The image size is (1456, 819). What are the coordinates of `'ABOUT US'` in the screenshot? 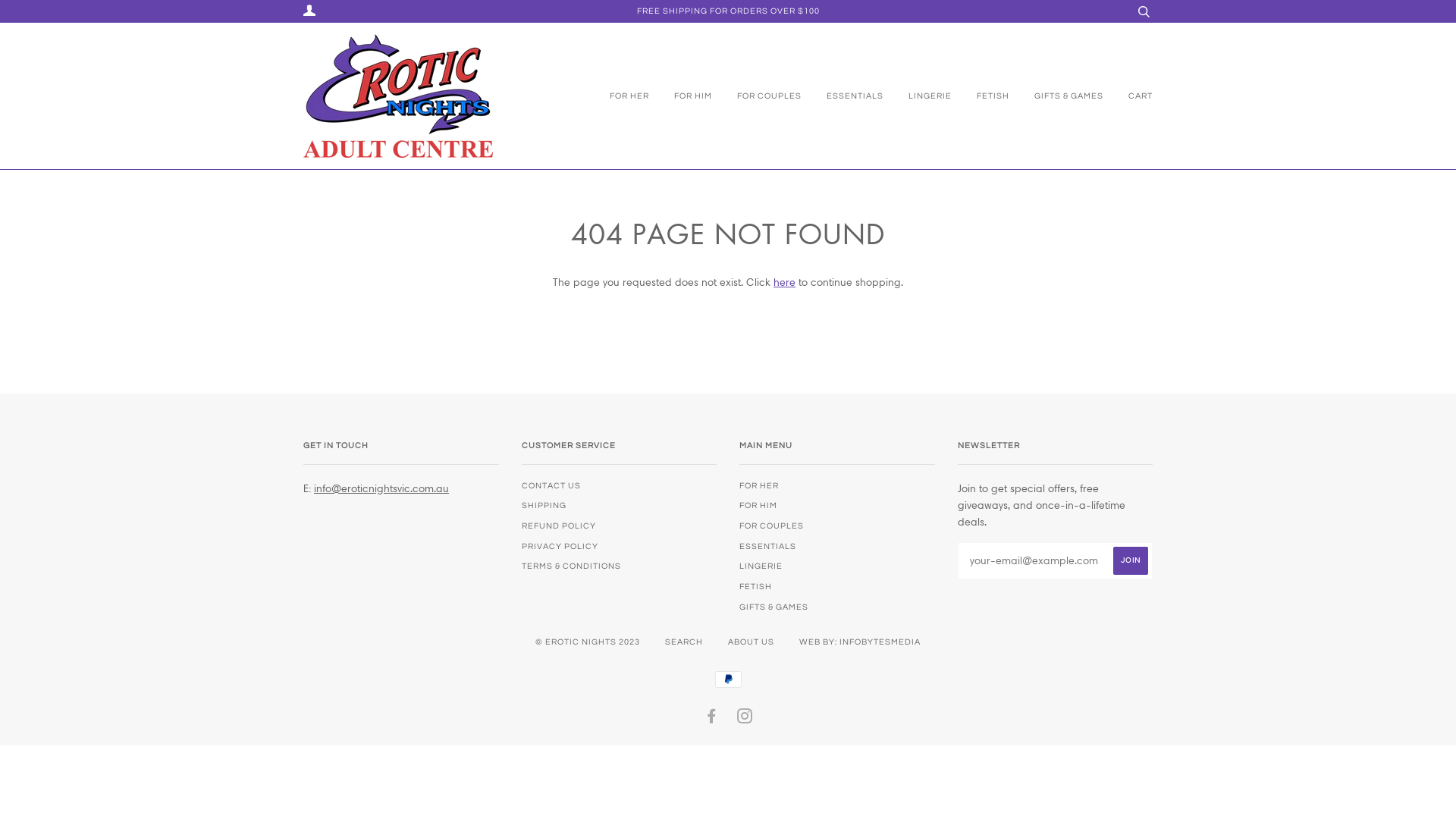 It's located at (751, 642).